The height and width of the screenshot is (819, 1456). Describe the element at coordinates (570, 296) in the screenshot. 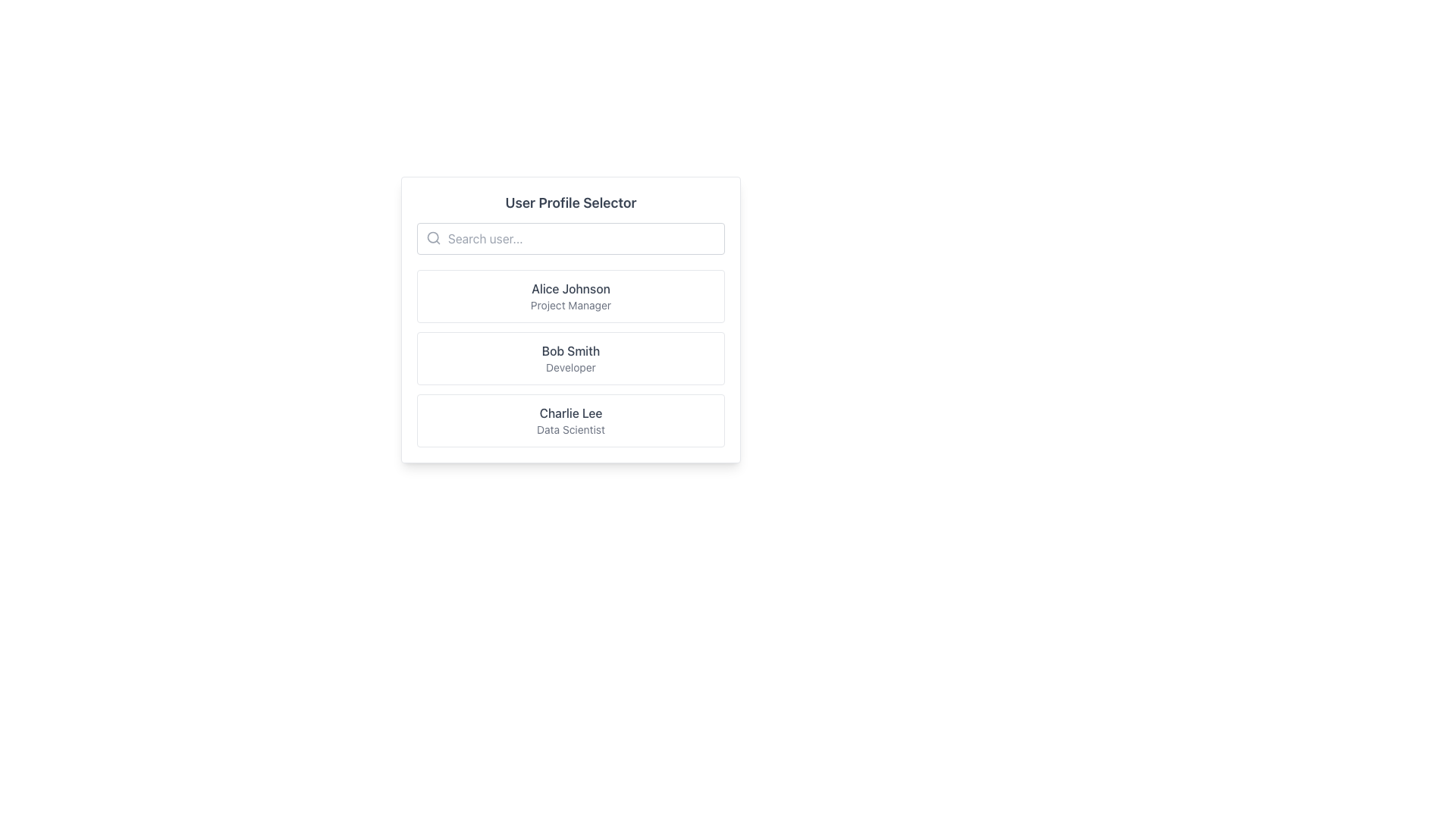

I see `the first selectable user profile option in the user selection module` at that location.